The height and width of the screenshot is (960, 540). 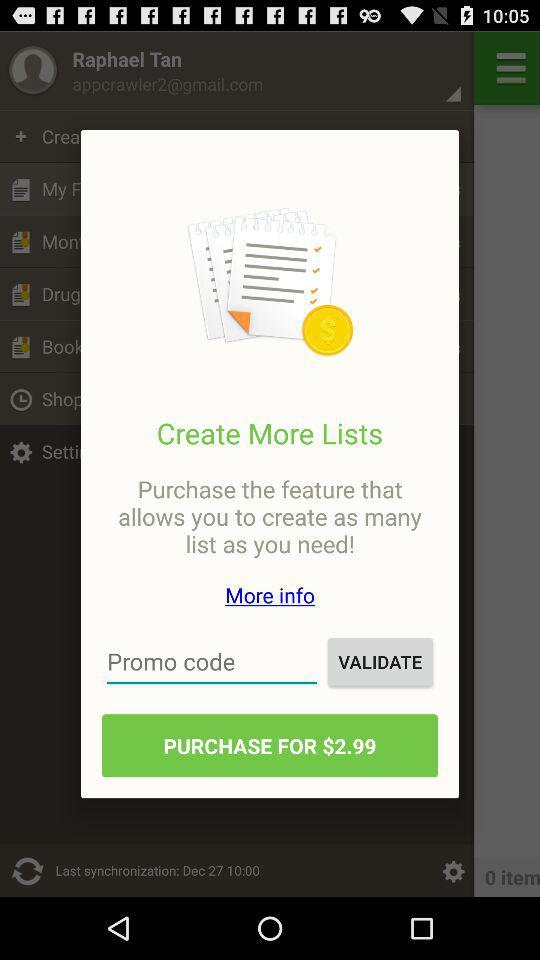 I want to click on item below purchase the feature icon, so click(x=270, y=595).